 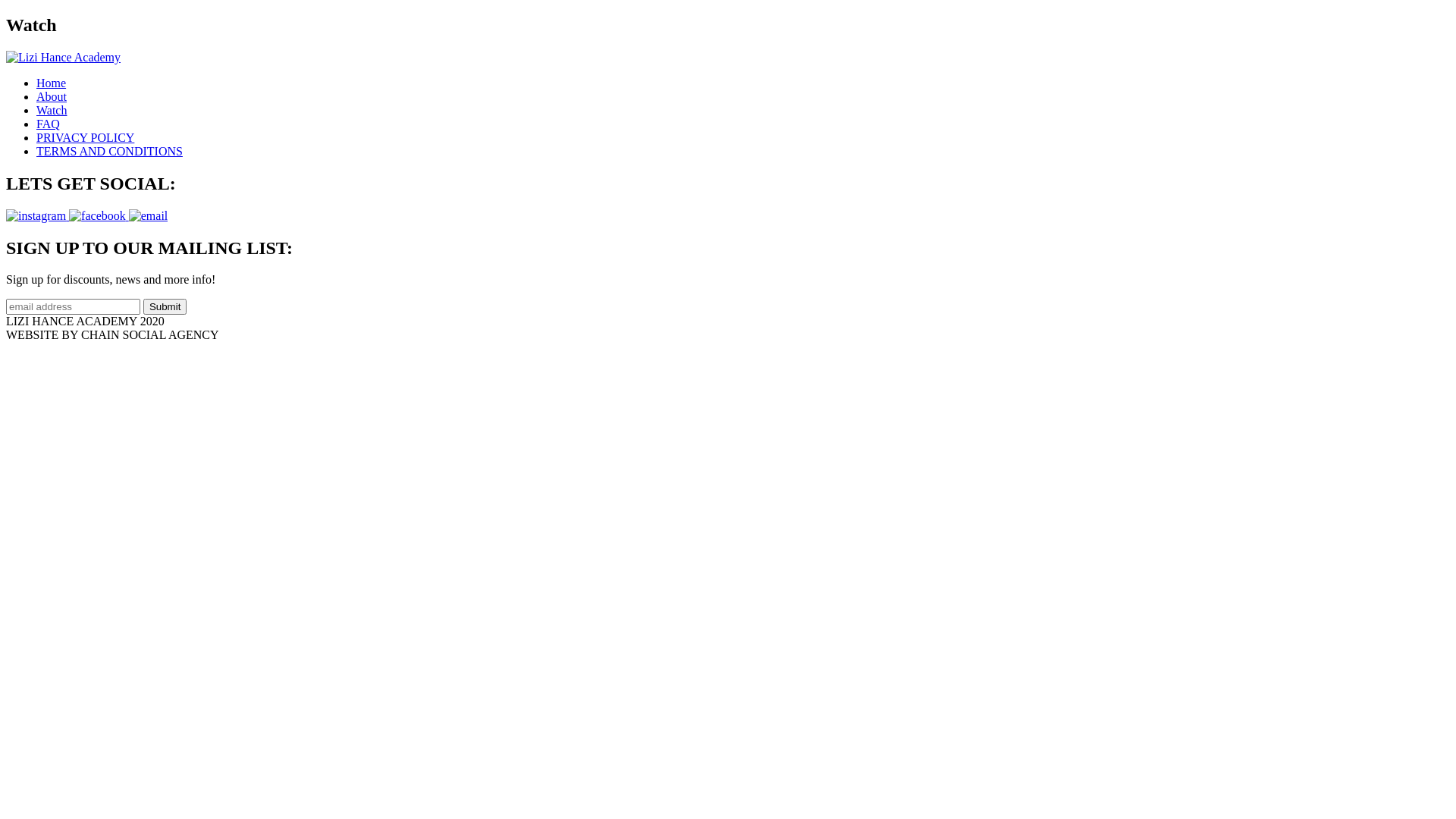 What do you see at coordinates (165, 306) in the screenshot?
I see `'Submit'` at bounding box center [165, 306].